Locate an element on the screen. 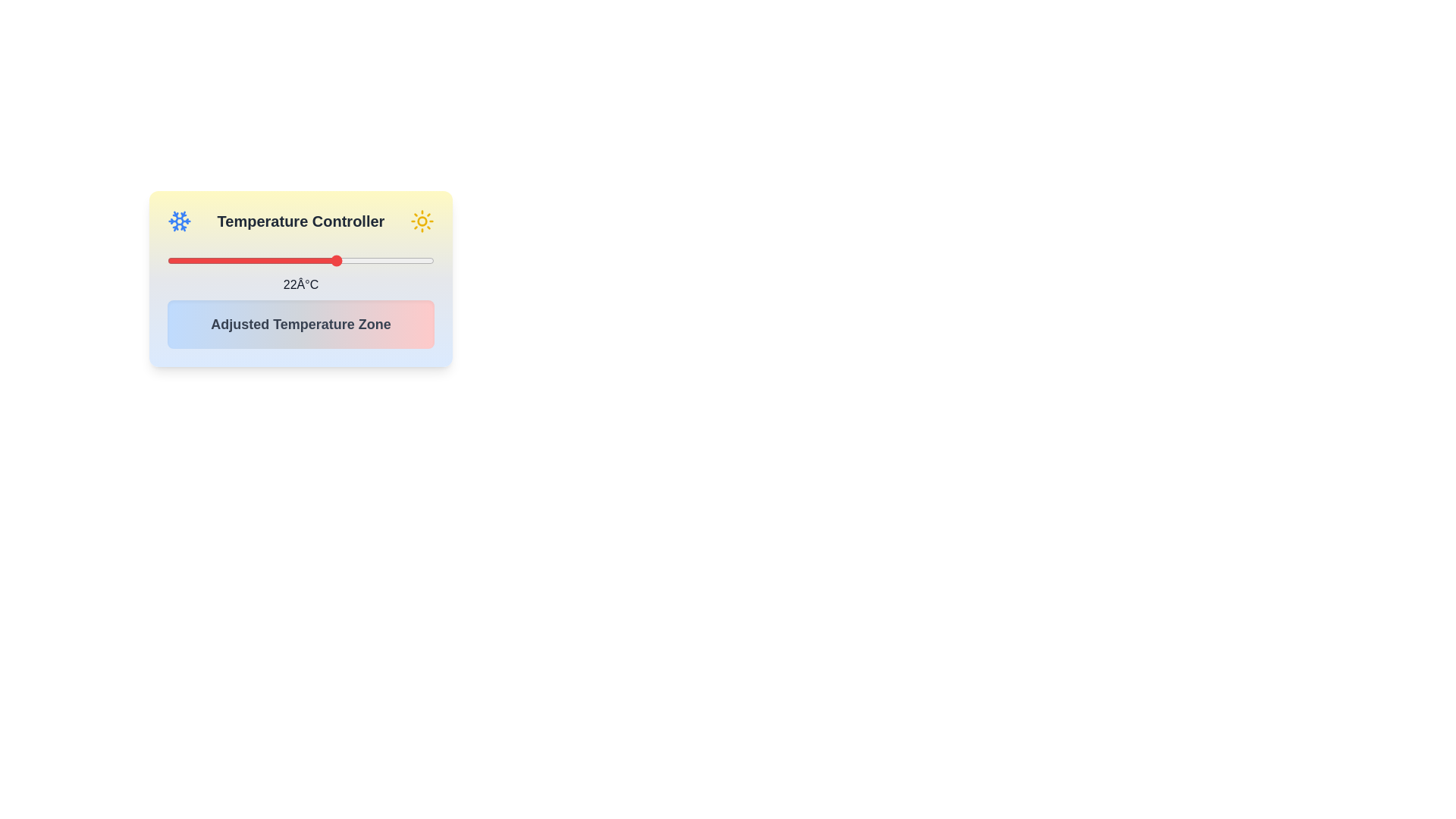 Image resolution: width=1456 pixels, height=819 pixels. the inner circle of the sun icon in the temperature controller interface is located at coordinates (422, 221).